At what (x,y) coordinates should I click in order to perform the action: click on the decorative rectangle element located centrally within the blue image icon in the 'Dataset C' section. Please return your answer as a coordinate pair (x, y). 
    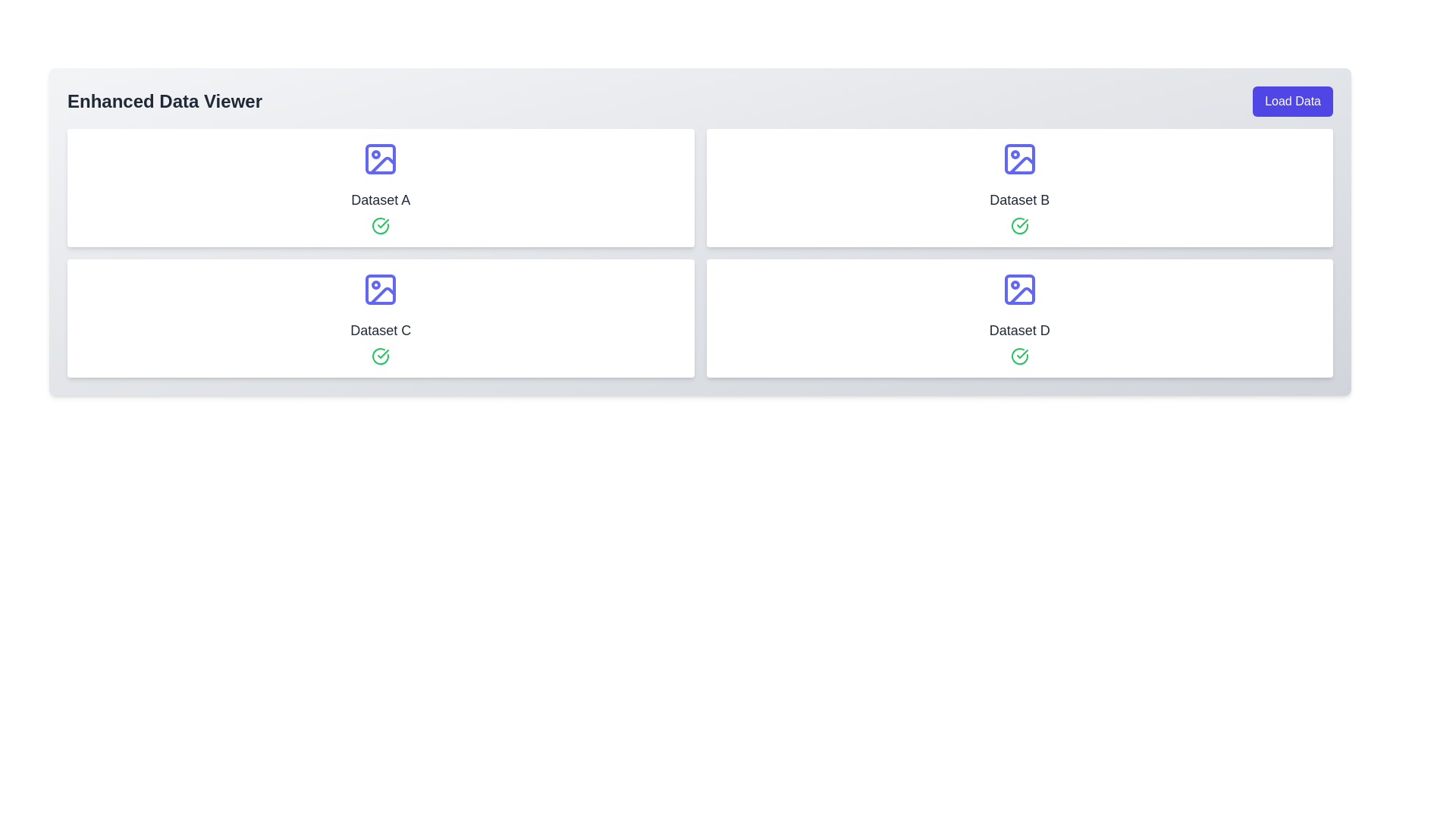
    Looking at the image, I should click on (381, 289).